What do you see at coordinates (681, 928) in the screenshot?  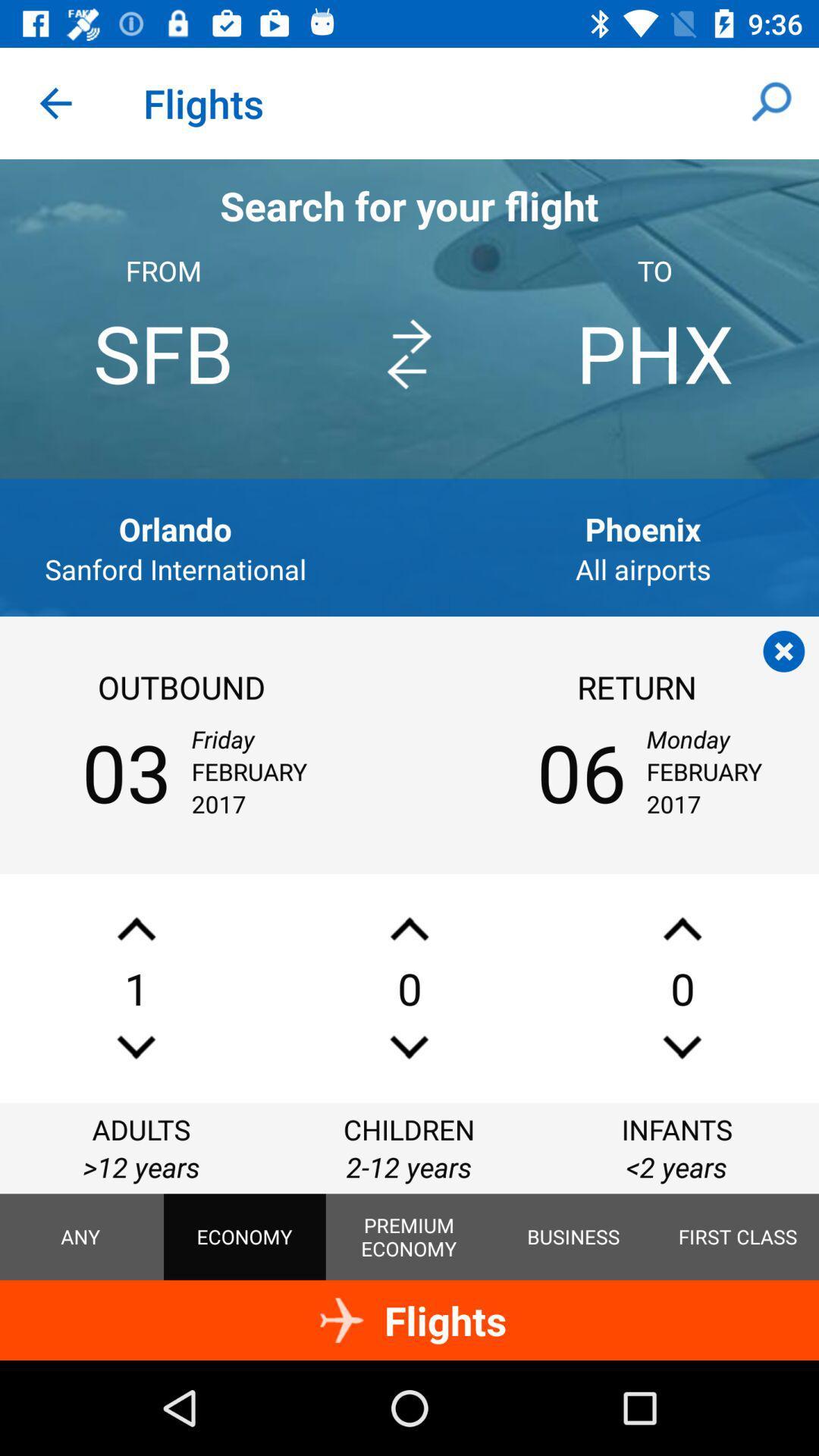 I see `one infant` at bounding box center [681, 928].